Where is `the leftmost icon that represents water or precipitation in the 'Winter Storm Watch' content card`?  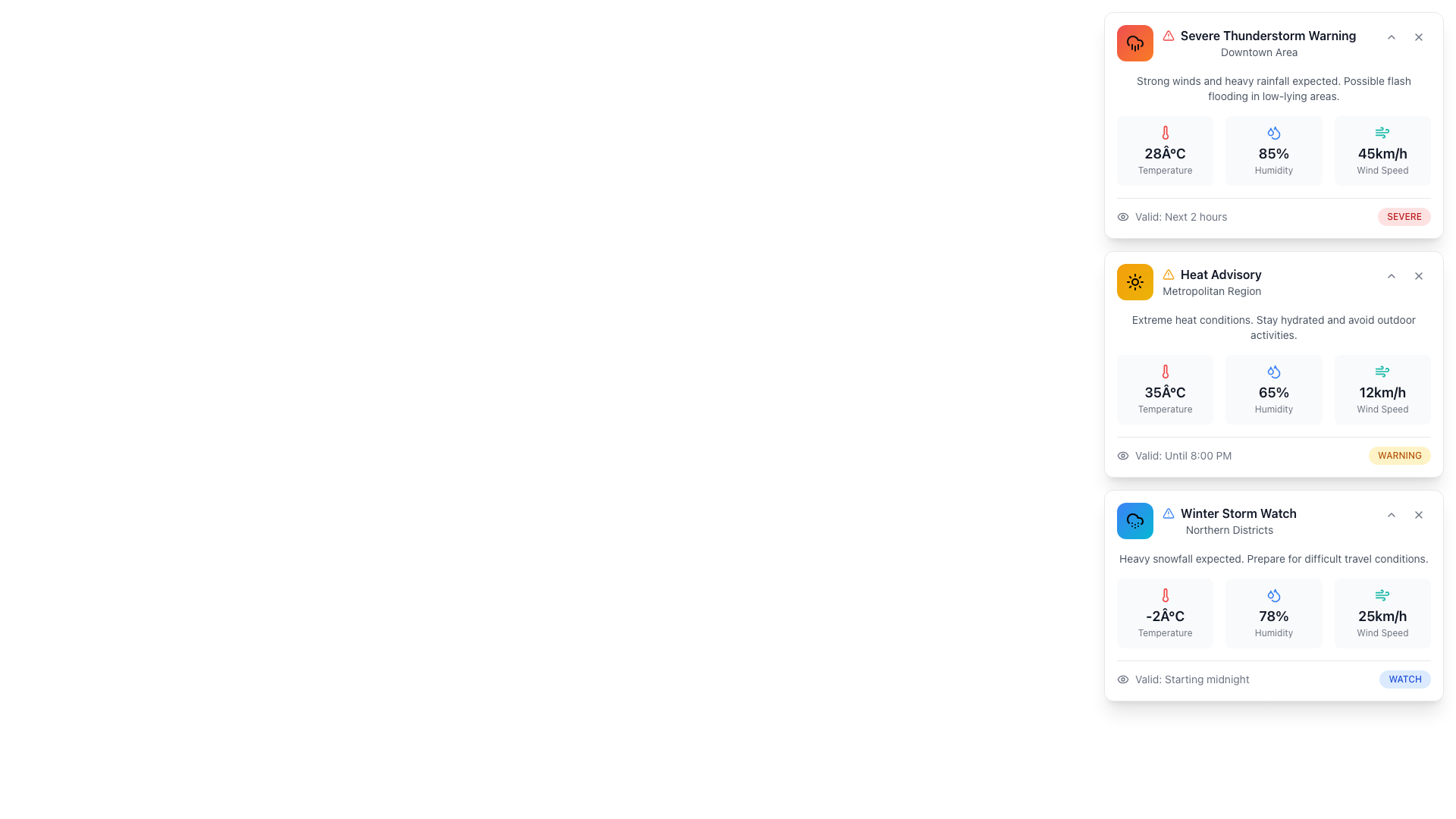 the leftmost icon that represents water or precipitation in the 'Winter Storm Watch' content card is located at coordinates (1270, 593).